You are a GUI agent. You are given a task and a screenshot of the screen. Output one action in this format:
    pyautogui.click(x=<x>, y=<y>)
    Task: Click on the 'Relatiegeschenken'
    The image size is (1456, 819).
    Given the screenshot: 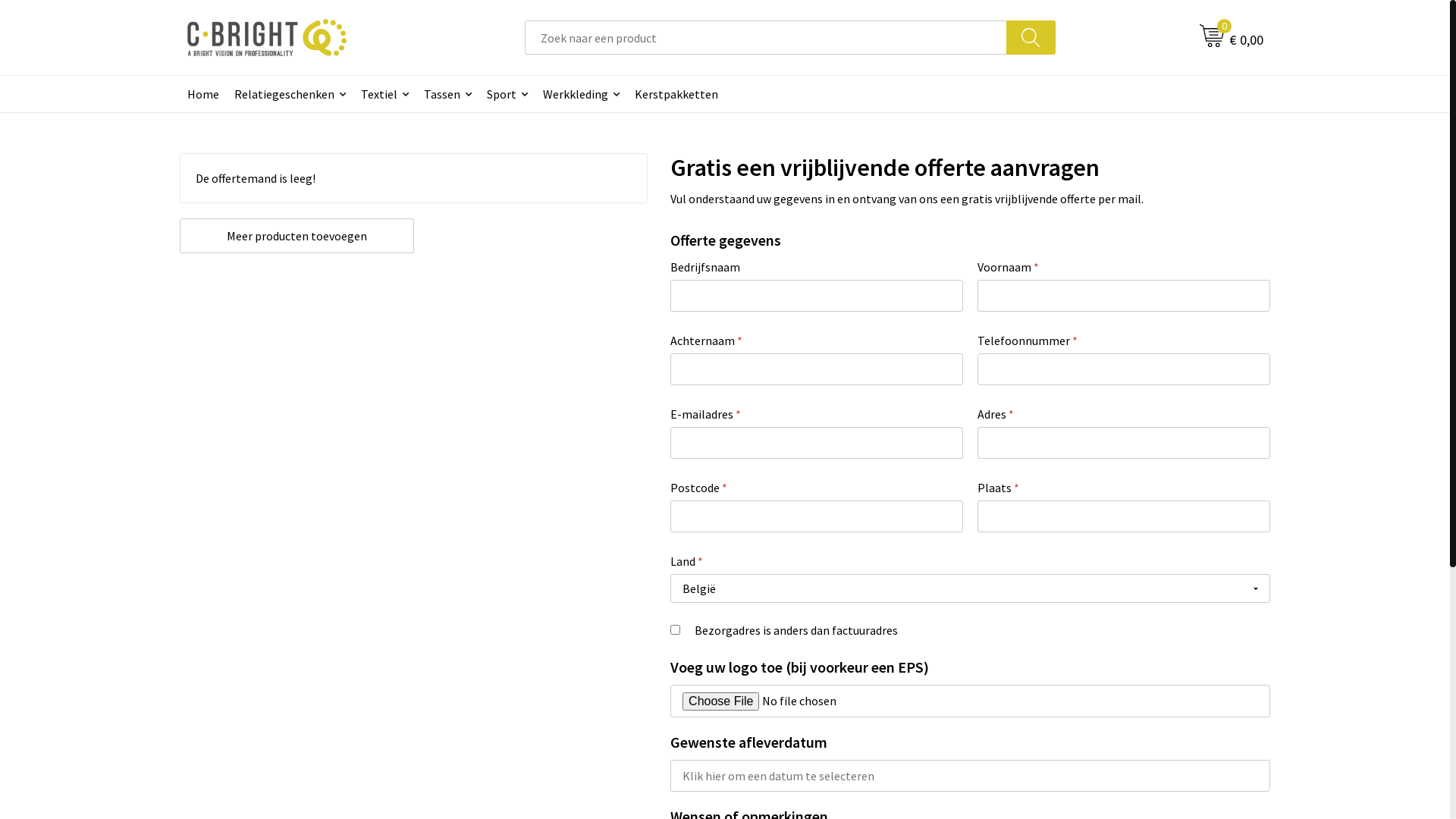 What is the action you would take?
    pyautogui.click(x=289, y=93)
    